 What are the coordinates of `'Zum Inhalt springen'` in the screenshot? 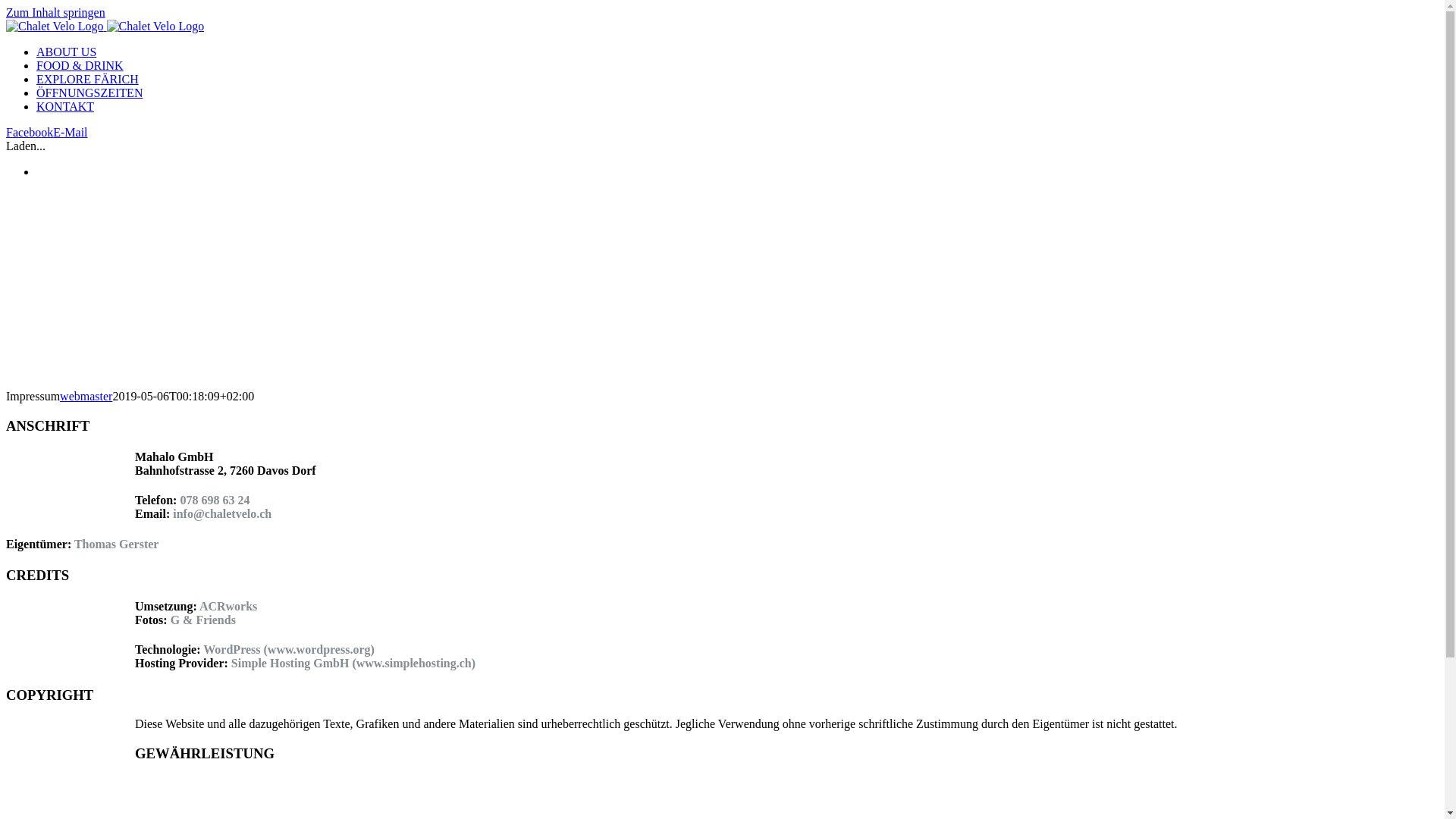 It's located at (55, 12).